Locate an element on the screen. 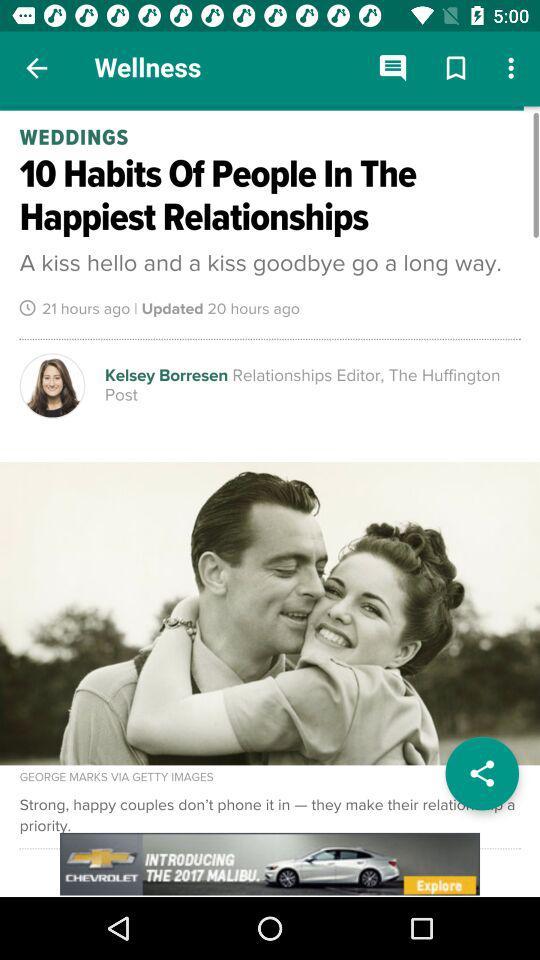 The height and width of the screenshot is (960, 540). wellness info is located at coordinates (270, 500).